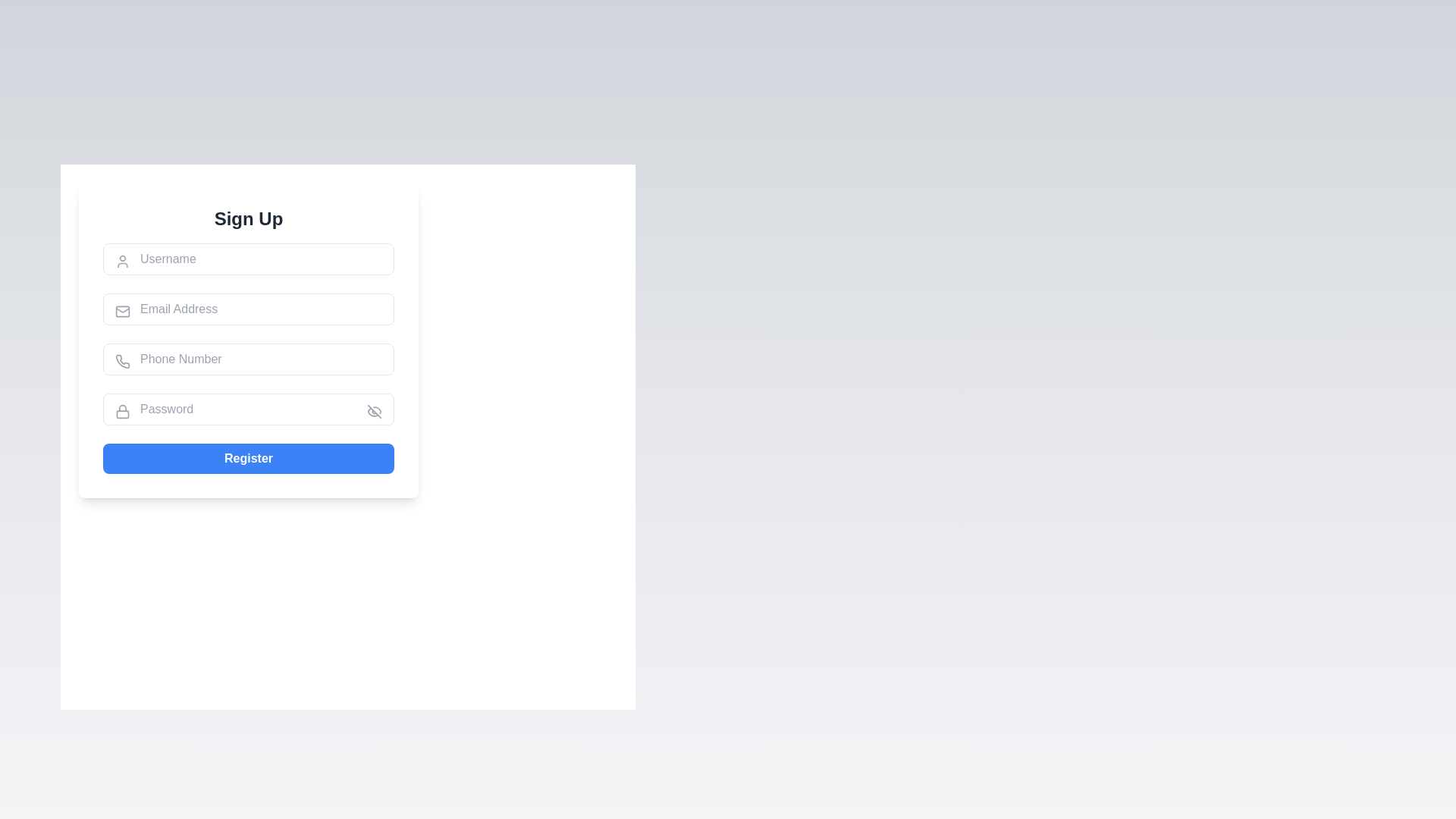 This screenshot has width=1456, height=819. Describe the element at coordinates (123, 362) in the screenshot. I see `the gray phone icon with a handset shape, positioned to the left of the 'Phone Number' input box` at that location.